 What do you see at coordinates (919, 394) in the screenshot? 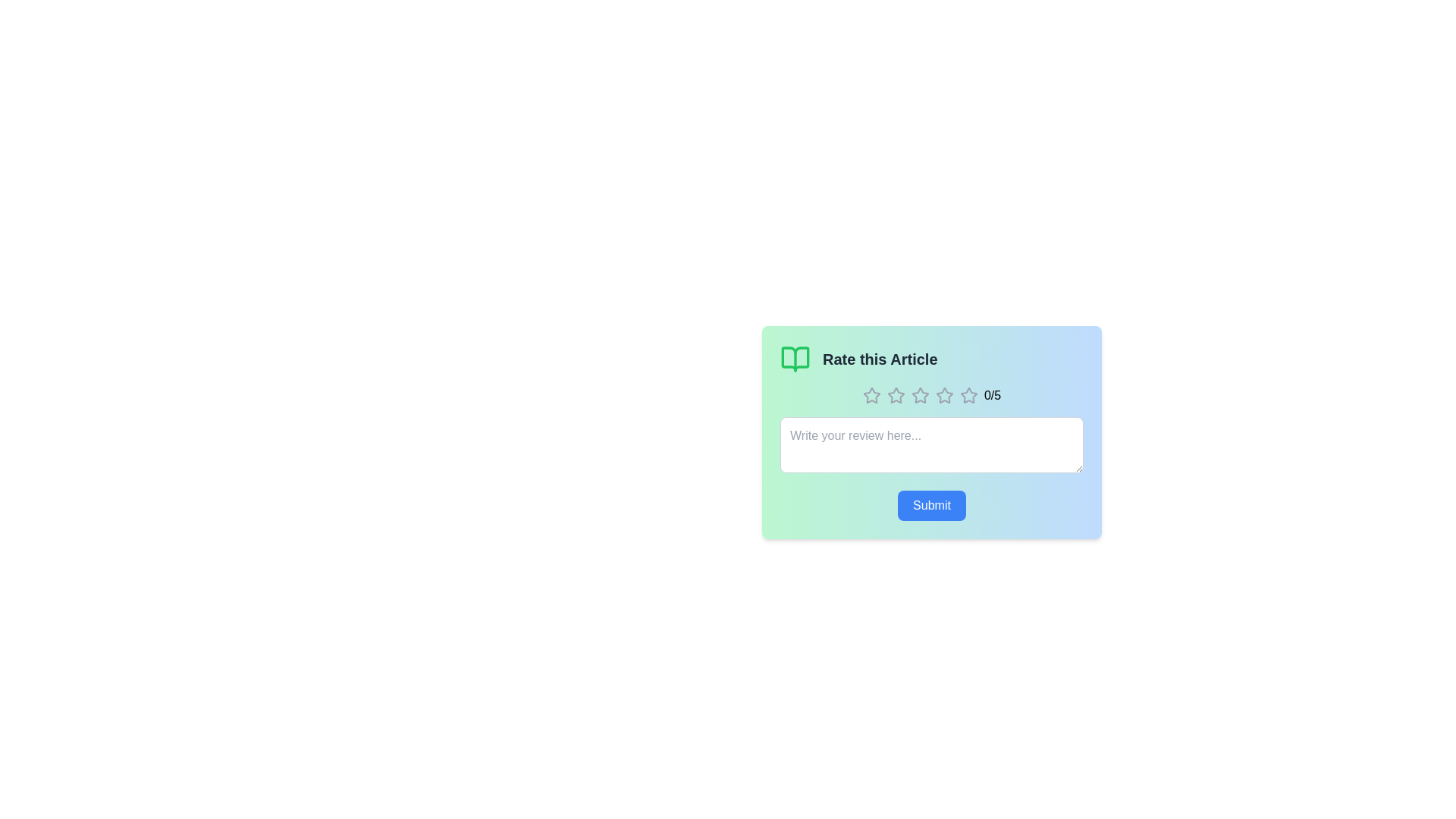
I see `the star corresponding to the rating 3` at bounding box center [919, 394].